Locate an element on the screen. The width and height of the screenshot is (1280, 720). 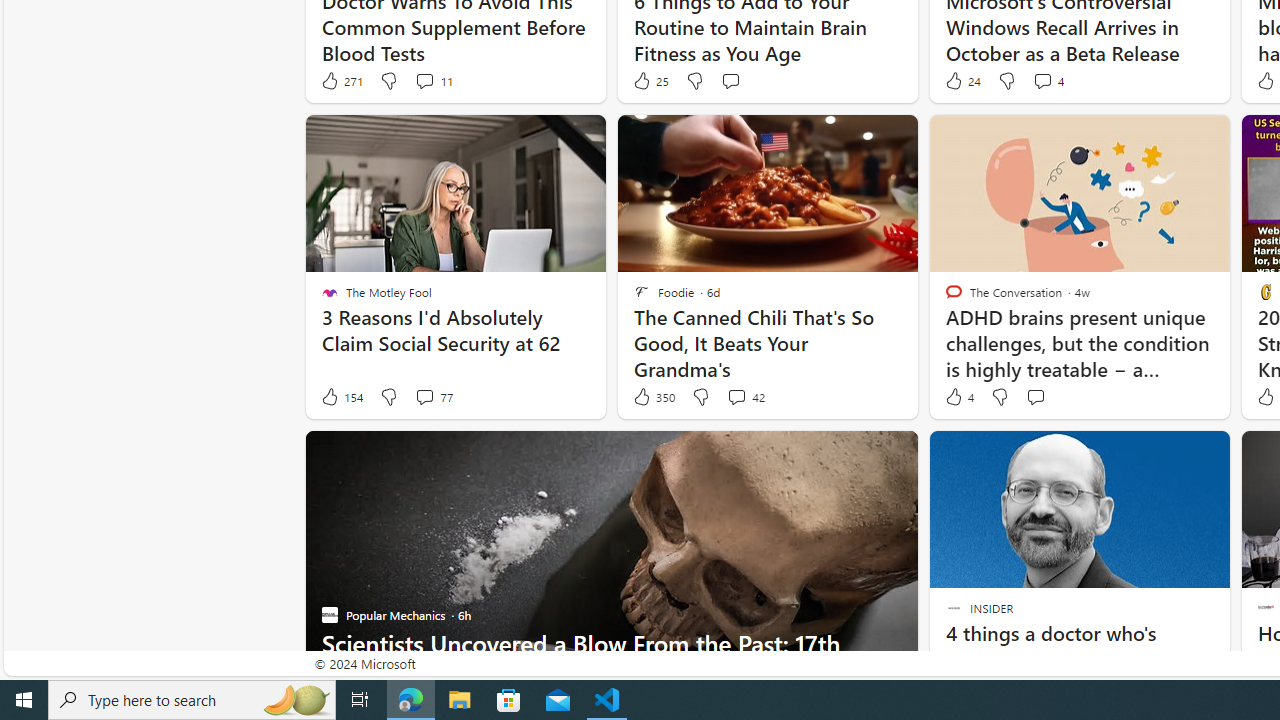
'25 Like' is located at coordinates (650, 80).